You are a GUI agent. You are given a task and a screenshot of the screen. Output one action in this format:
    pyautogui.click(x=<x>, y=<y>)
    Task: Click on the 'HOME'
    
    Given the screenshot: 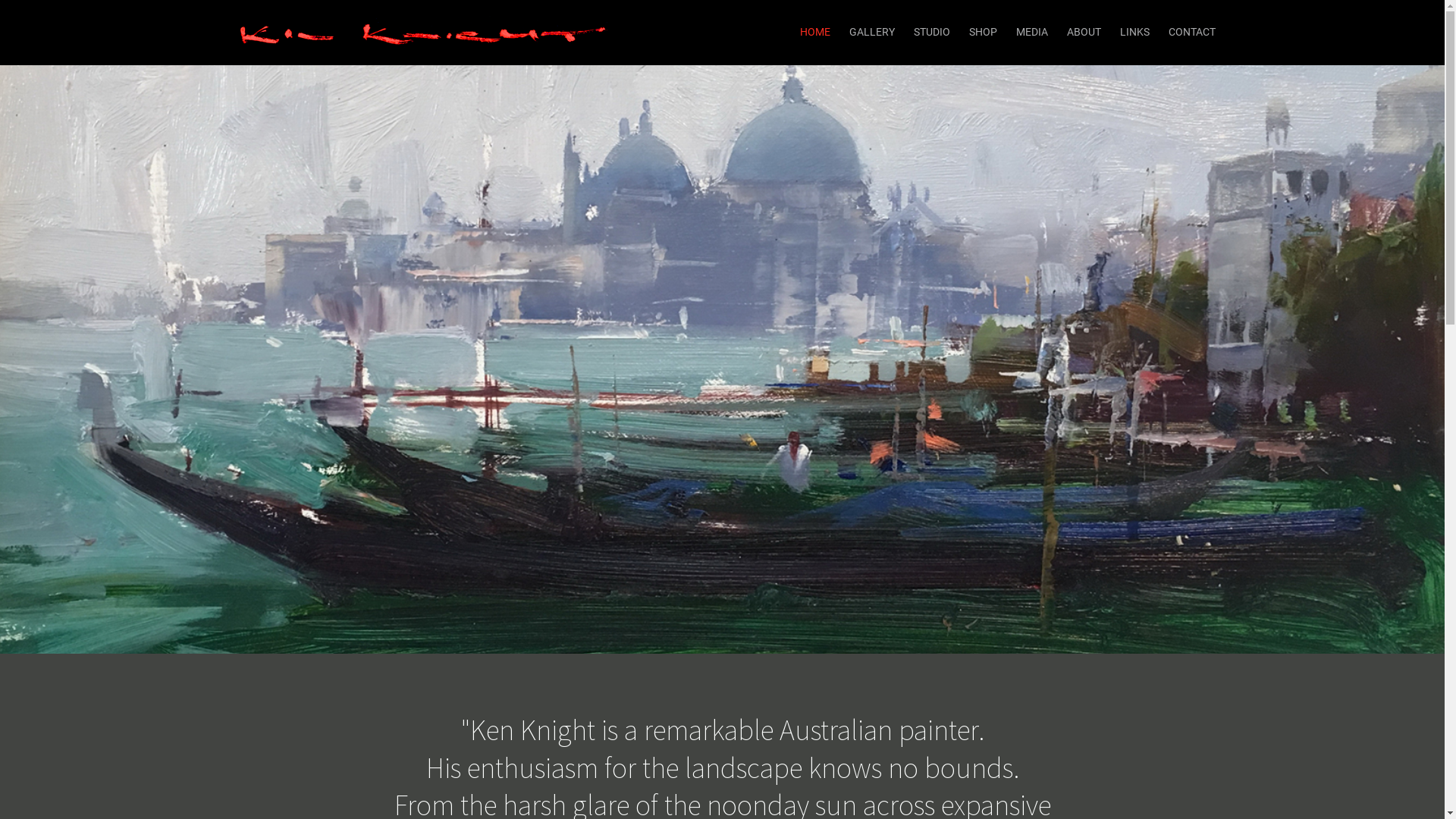 What is the action you would take?
    pyautogui.click(x=814, y=32)
    